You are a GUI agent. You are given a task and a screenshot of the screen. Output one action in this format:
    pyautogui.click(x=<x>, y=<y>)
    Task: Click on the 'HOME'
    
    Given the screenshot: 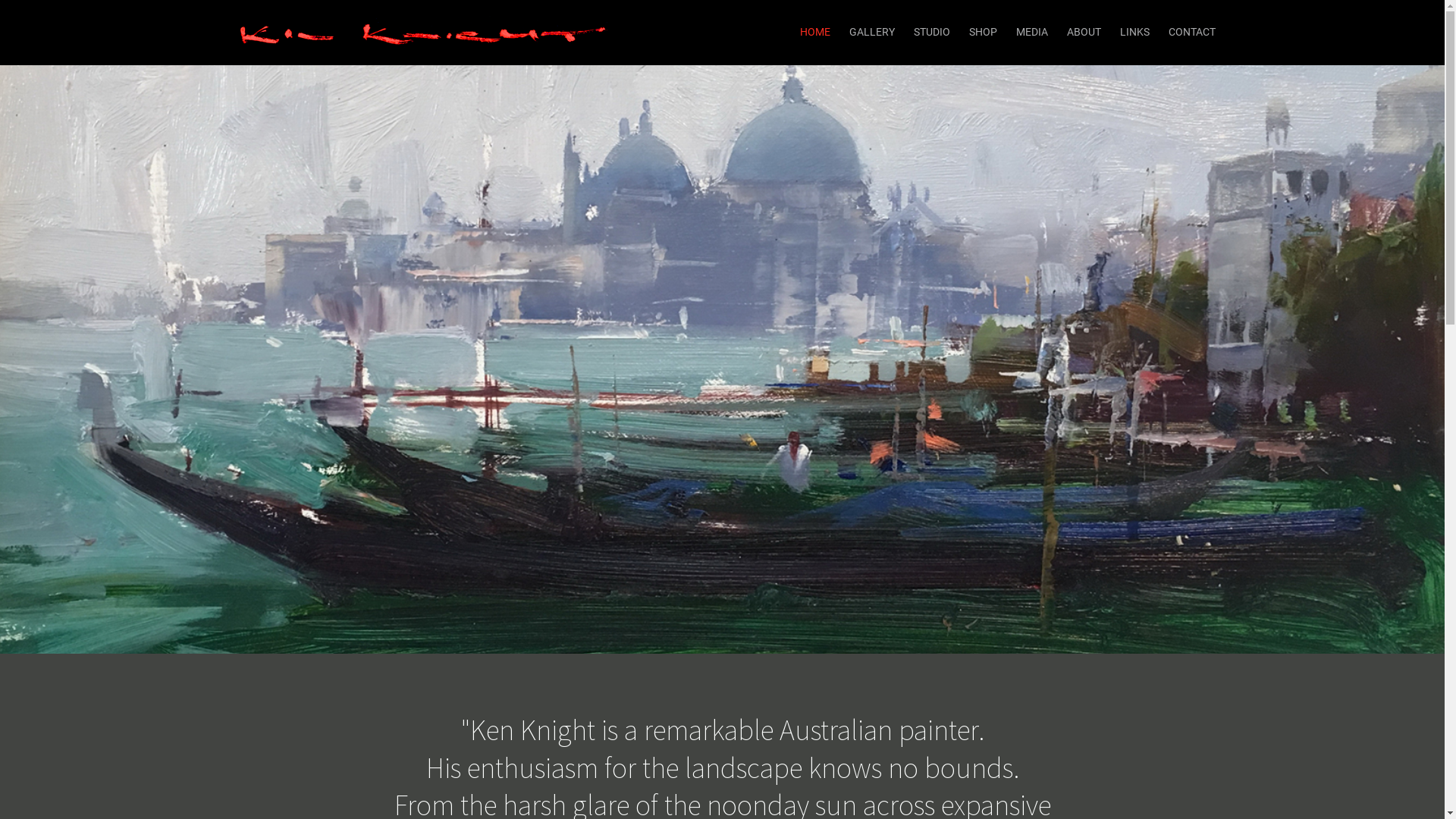 What is the action you would take?
    pyautogui.click(x=814, y=32)
    